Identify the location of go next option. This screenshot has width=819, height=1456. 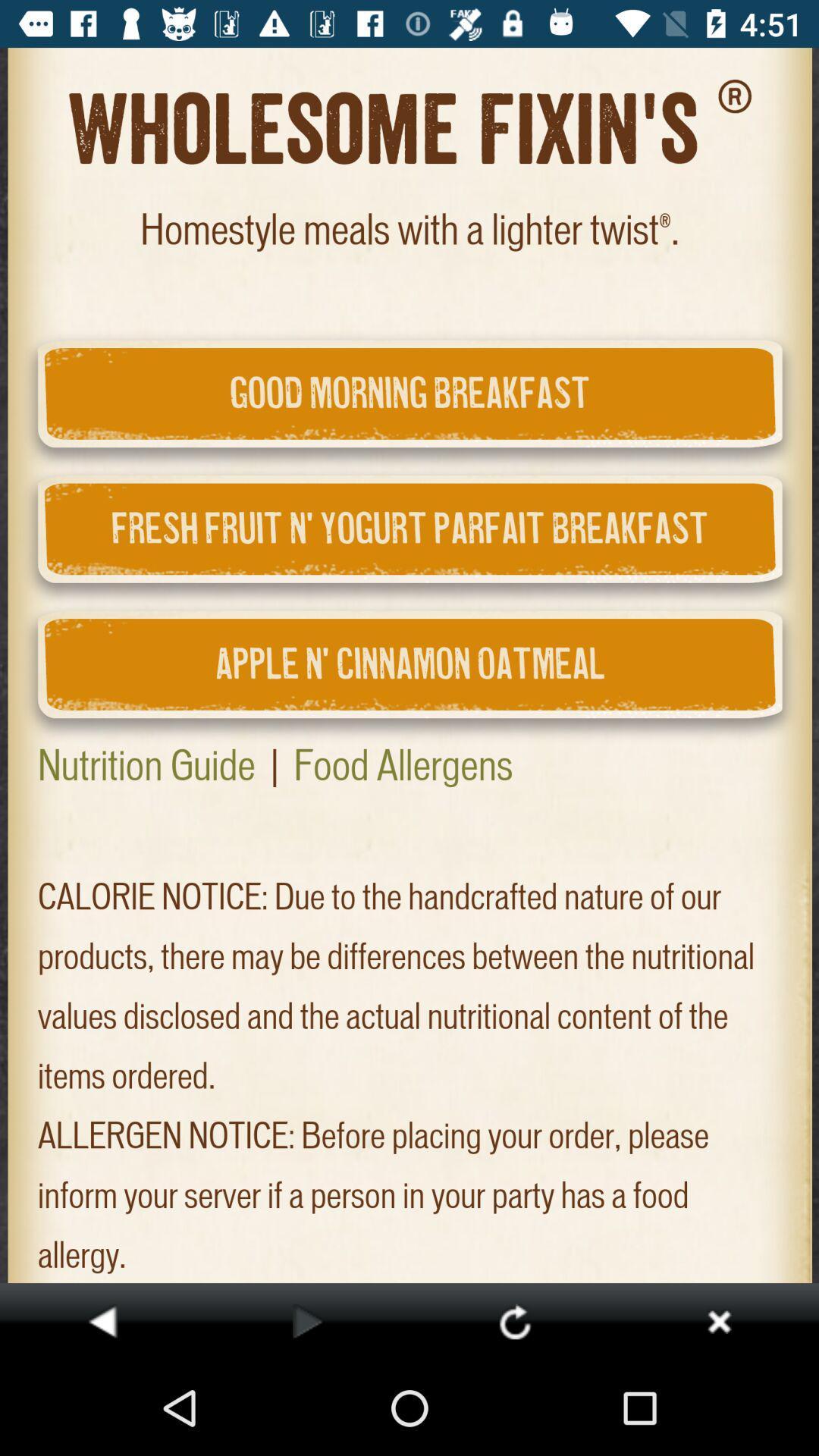
(307, 1320).